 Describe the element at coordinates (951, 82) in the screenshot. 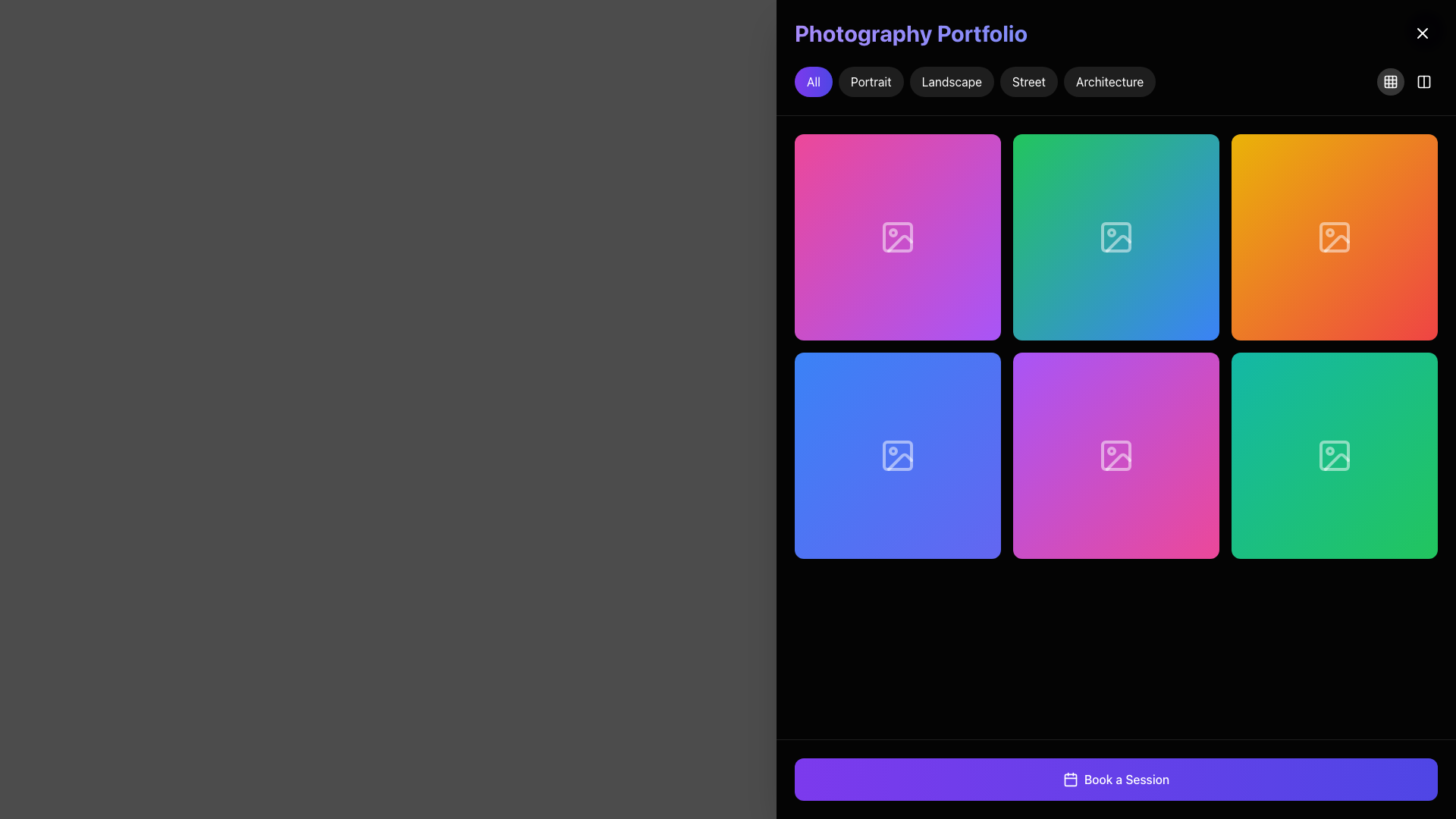

I see `the 'Landscape' filter button, which is the third button in a group of five, located below the title 'Photography Portfolio'` at that location.